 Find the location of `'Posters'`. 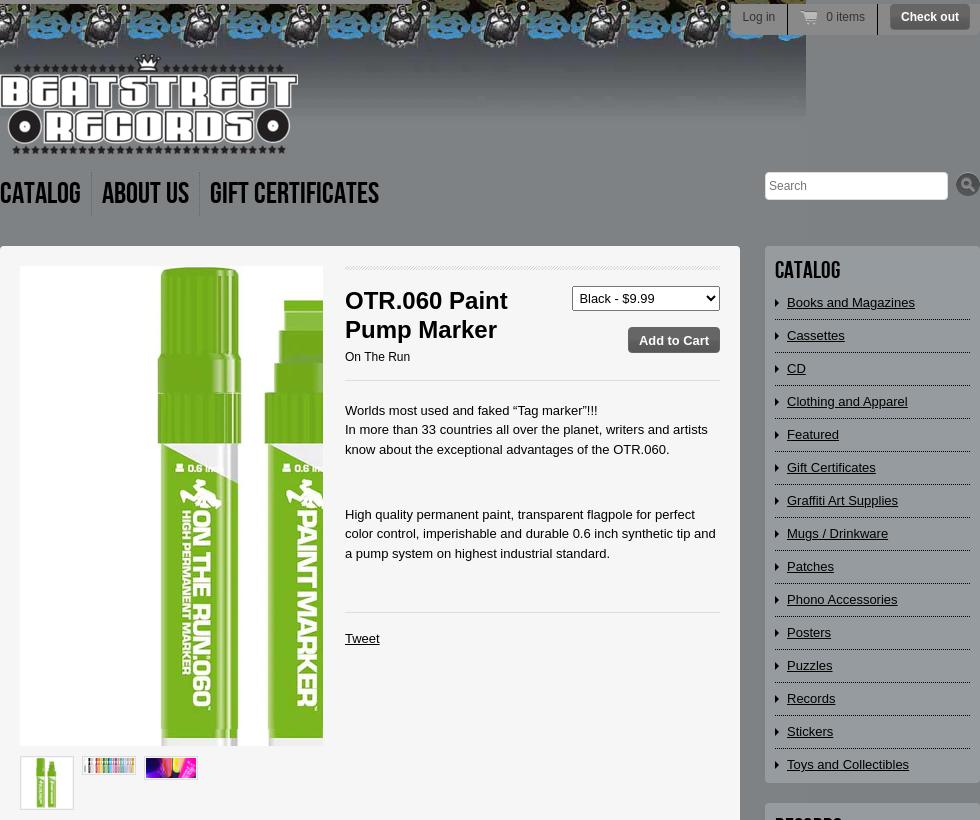

'Posters' is located at coordinates (808, 631).